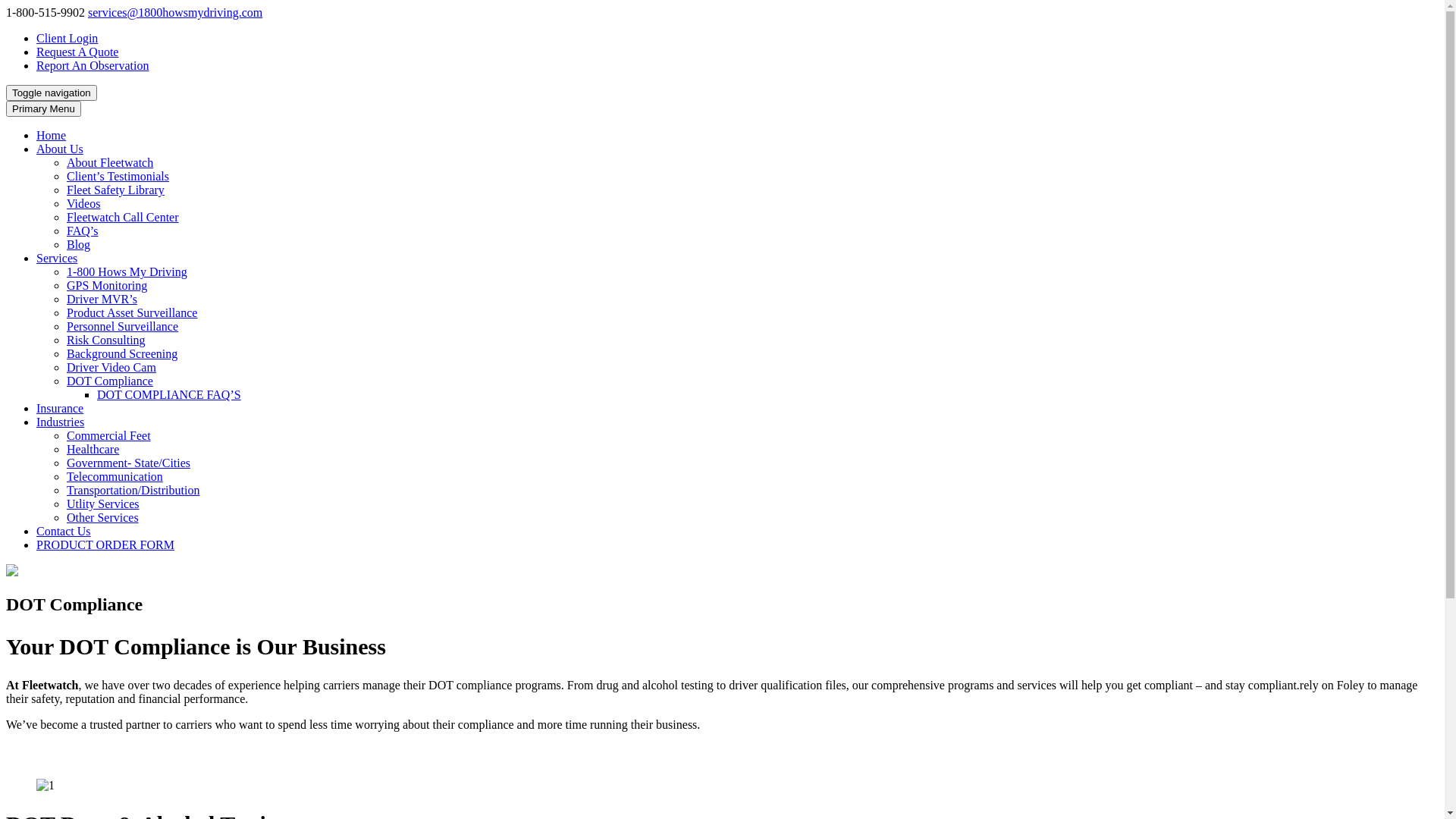 This screenshot has height=819, width=1456. What do you see at coordinates (43, 108) in the screenshot?
I see `'Primary Menu'` at bounding box center [43, 108].